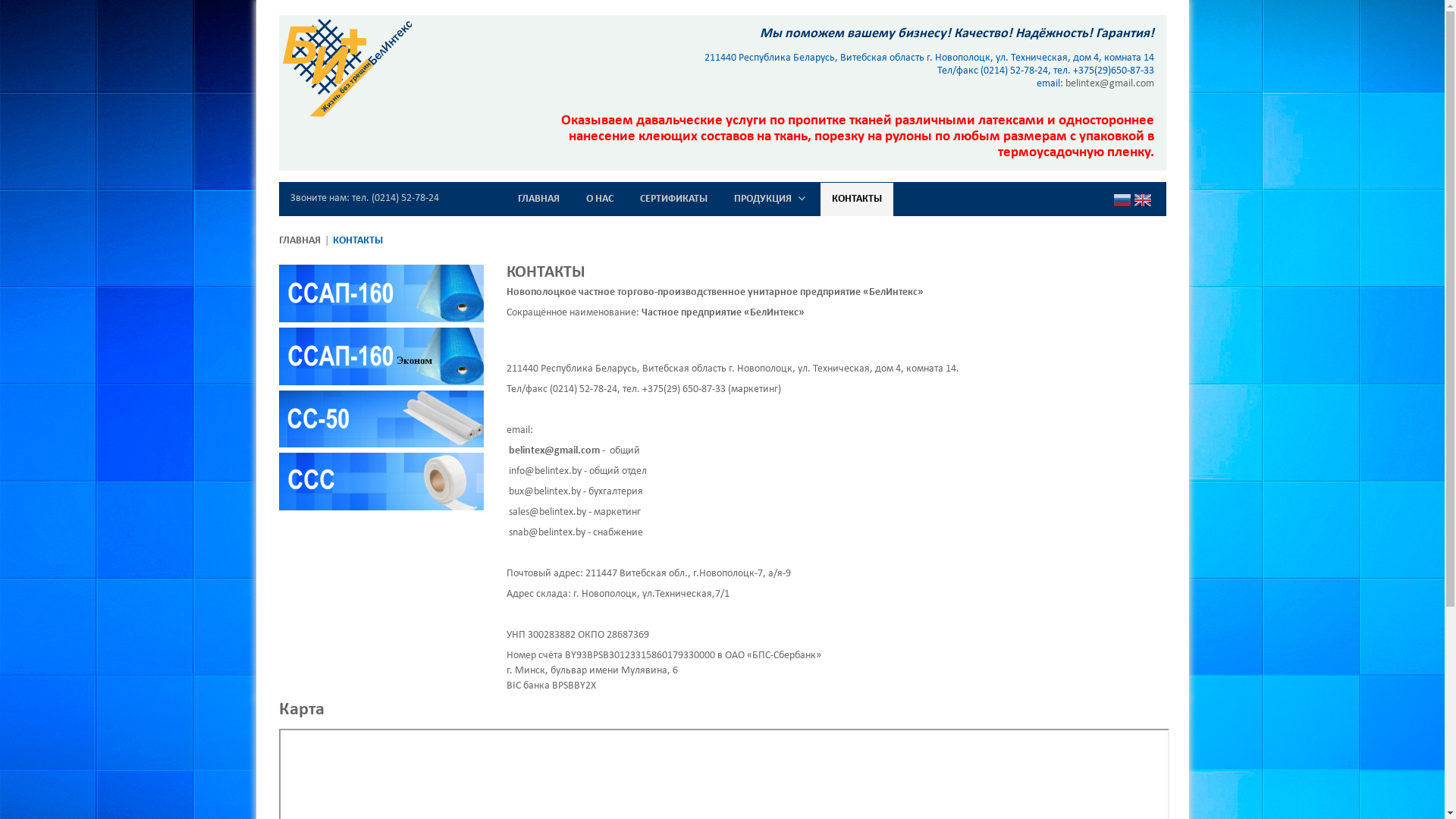 Image resolution: width=1456 pixels, height=819 pixels. What do you see at coordinates (552, 450) in the screenshot?
I see `'belintex@gmail.com'` at bounding box center [552, 450].